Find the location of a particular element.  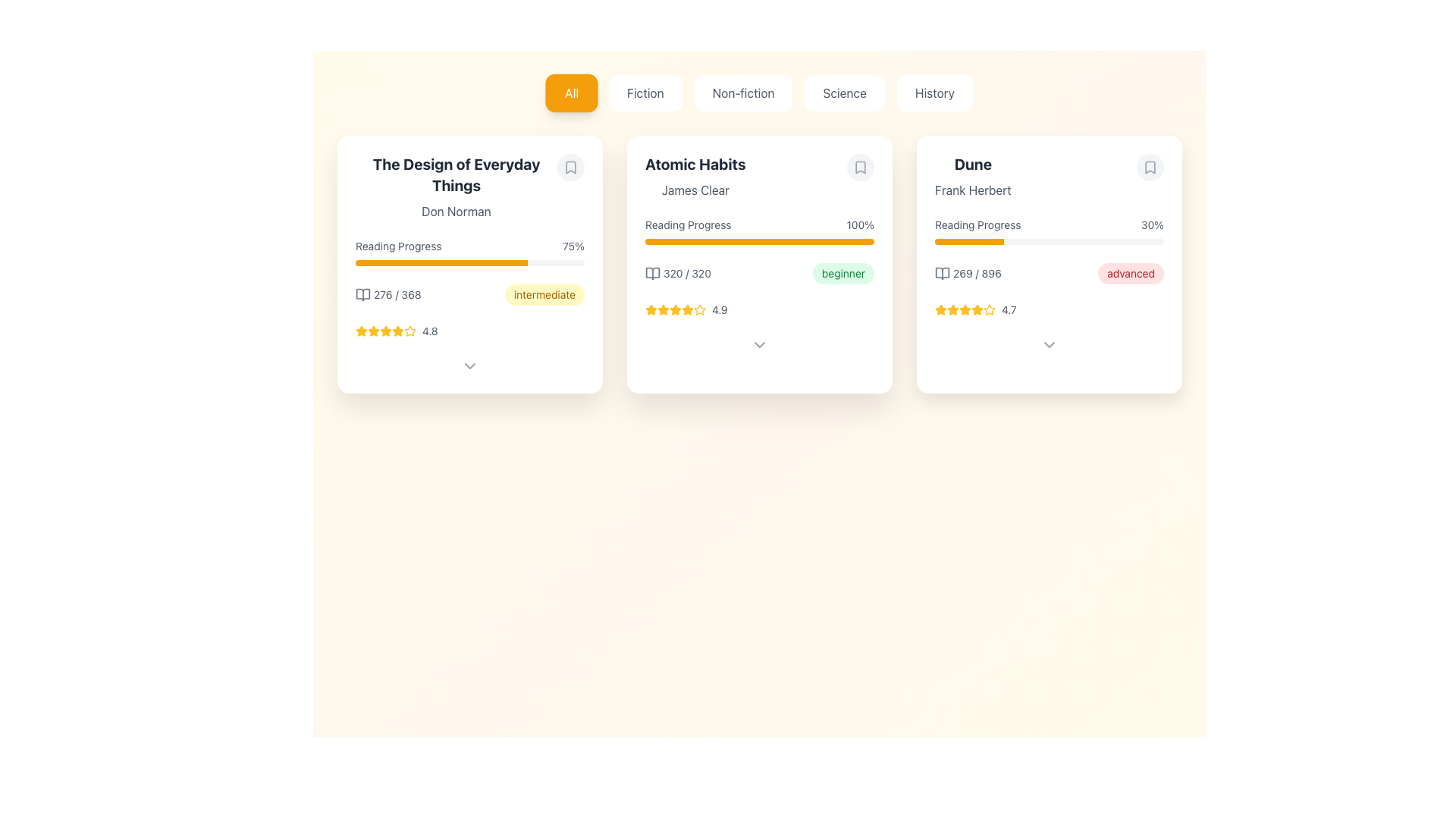

information displayed in the composite element showing the reading progress of the book 'Dune', which includes the current page and the difficulty level indicated as 'advanced' is located at coordinates (1048, 274).